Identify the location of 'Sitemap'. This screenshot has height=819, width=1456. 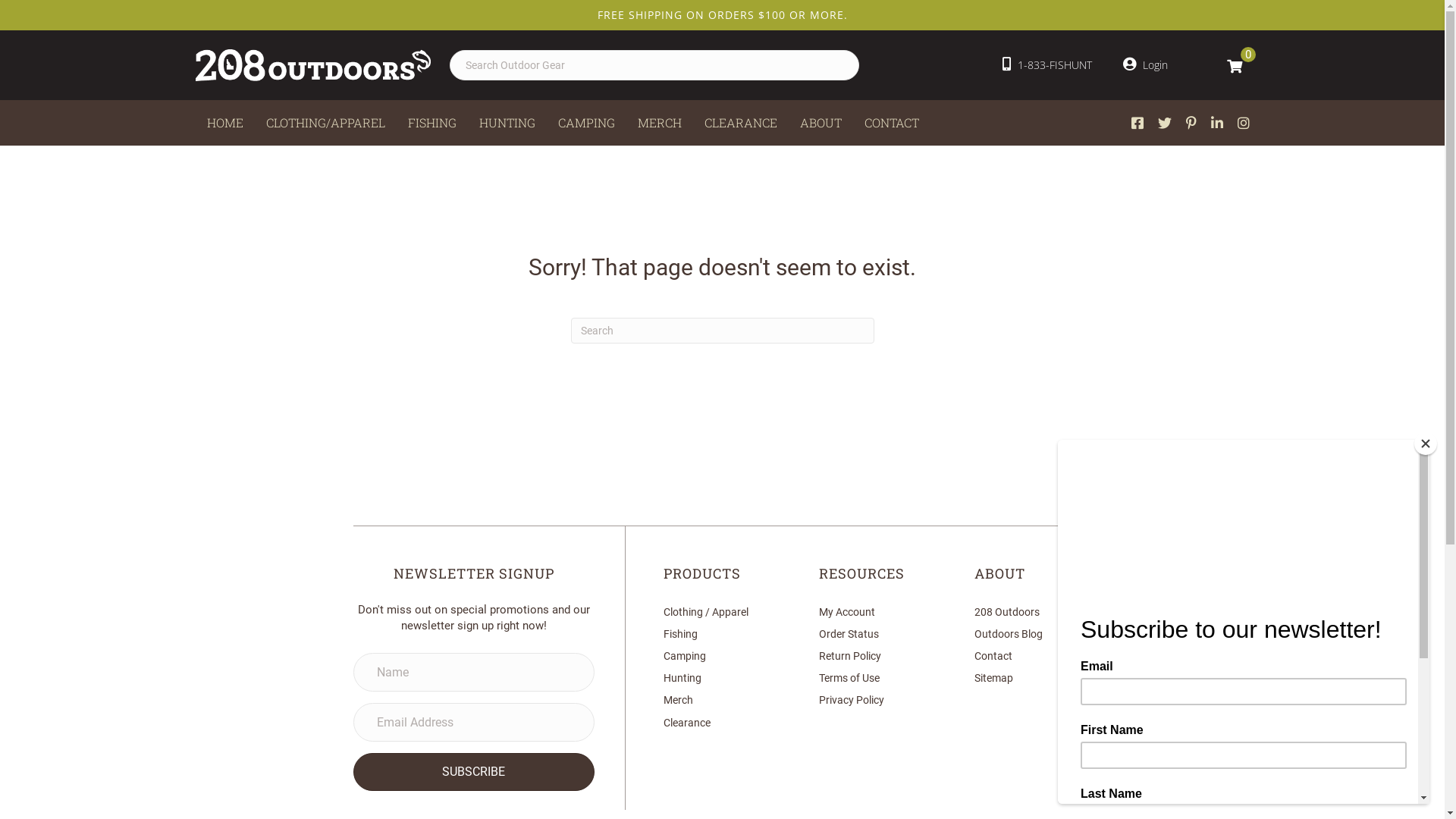
(993, 677).